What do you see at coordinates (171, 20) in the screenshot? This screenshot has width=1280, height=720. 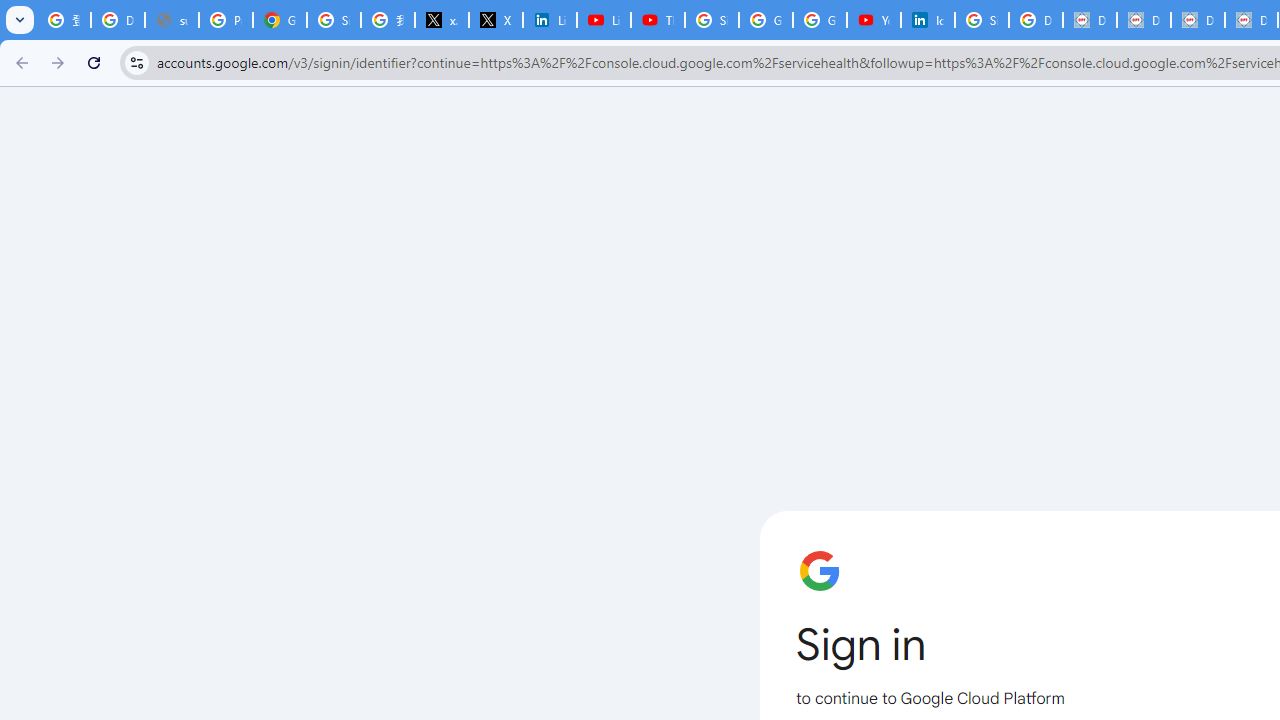 I see `'support.google.com - Network error'` at bounding box center [171, 20].